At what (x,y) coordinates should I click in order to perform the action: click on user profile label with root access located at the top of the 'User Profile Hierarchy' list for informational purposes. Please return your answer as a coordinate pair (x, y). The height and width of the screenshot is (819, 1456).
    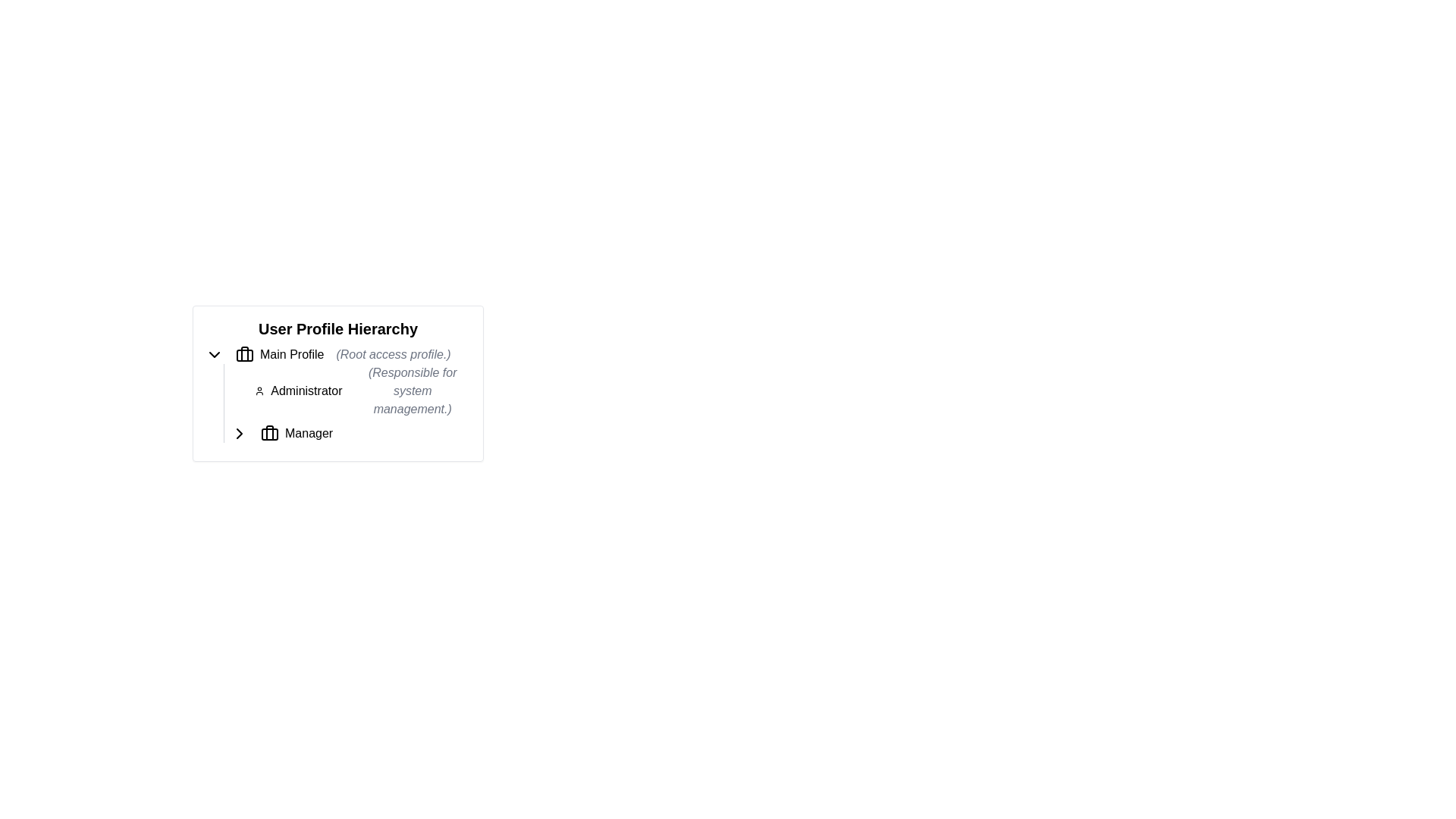
    Looking at the image, I should click on (337, 354).